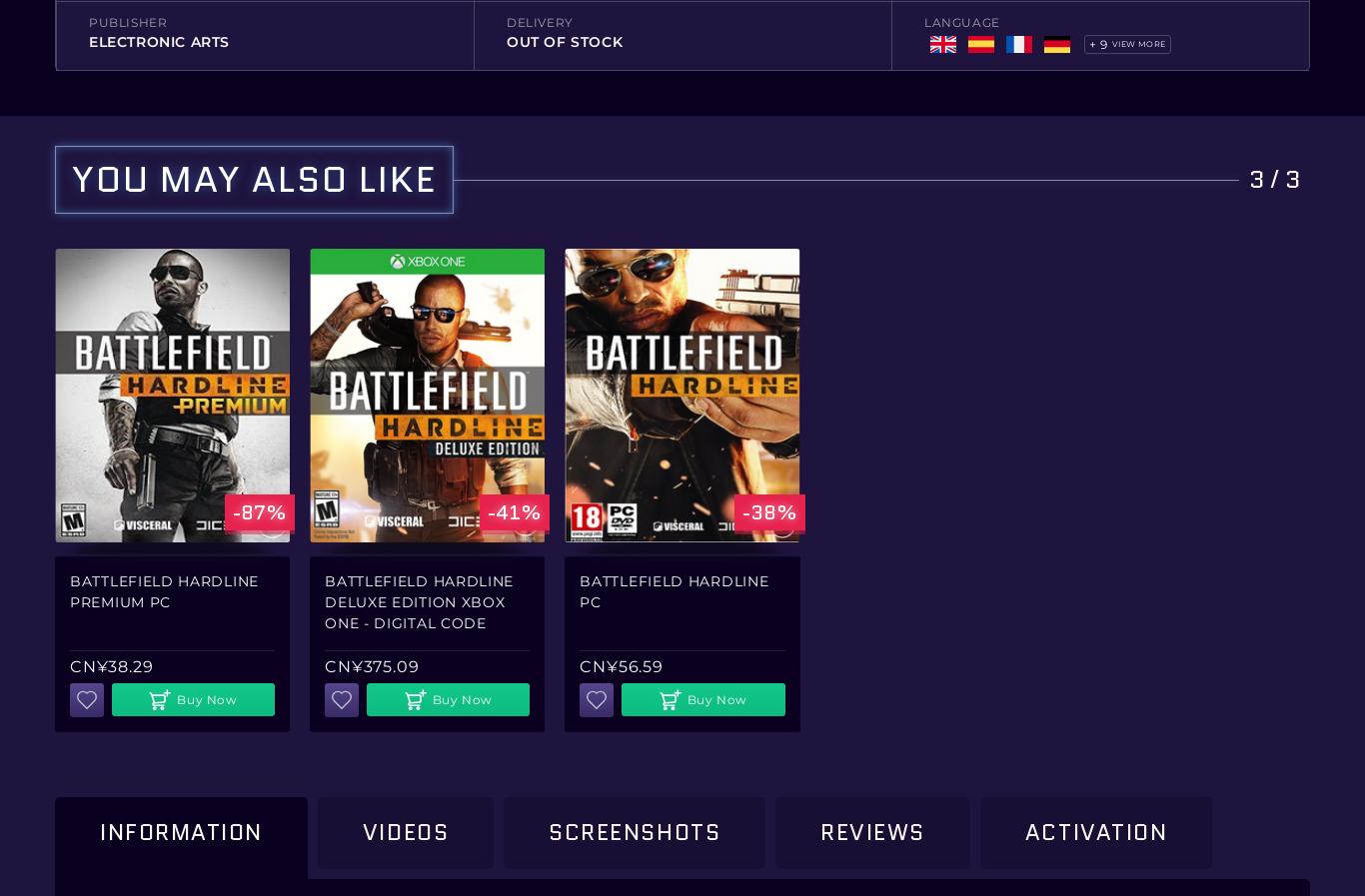 This screenshot has height=896, width=1365. I want to click on 'Videos', so click(404, 831).